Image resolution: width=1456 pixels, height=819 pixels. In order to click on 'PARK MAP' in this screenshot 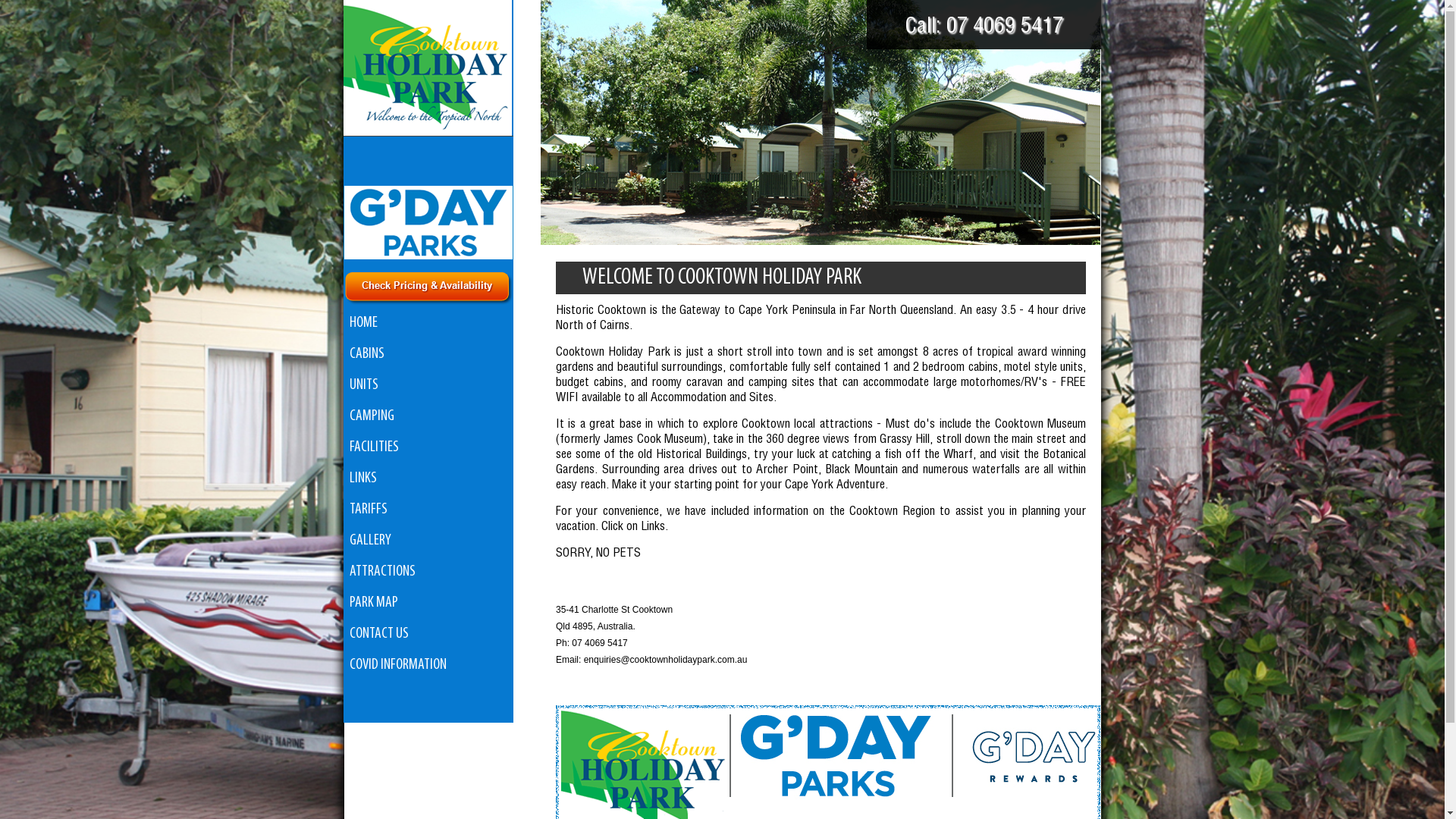, I will do `click(342, 602)`.